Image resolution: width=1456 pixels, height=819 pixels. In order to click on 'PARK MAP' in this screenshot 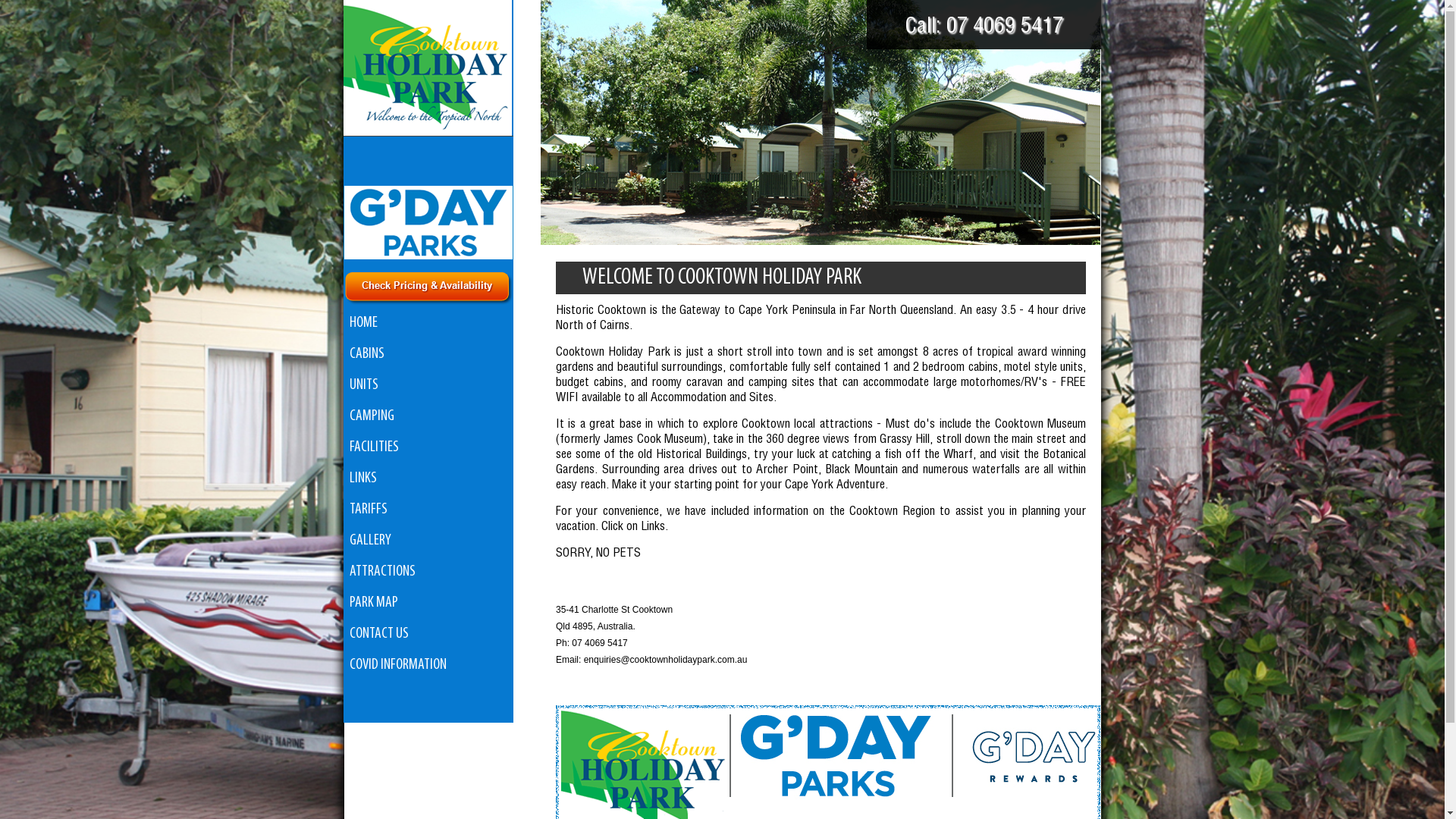, I will do `click(342, 602)`.